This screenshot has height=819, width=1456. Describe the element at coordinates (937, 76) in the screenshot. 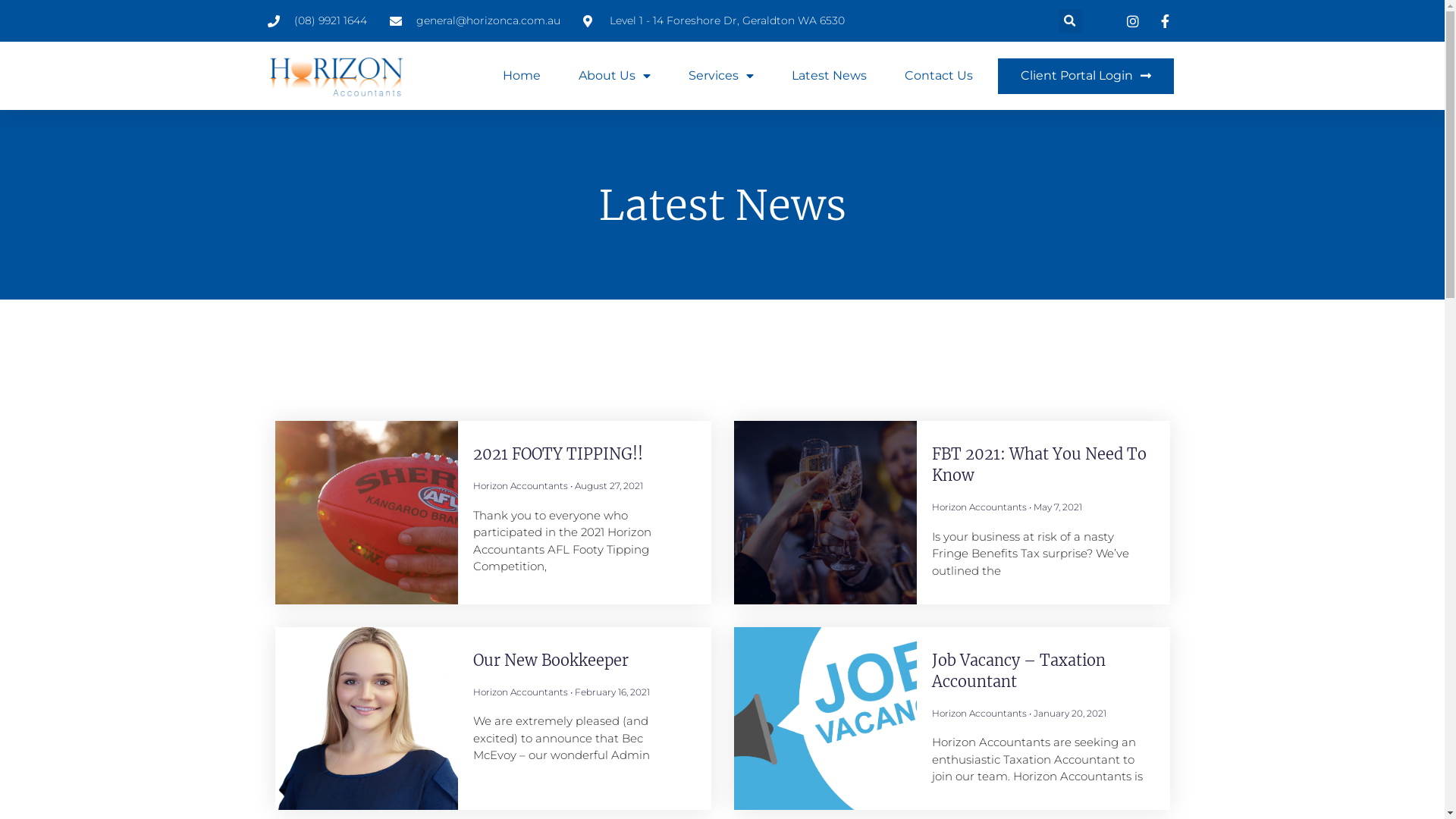

I see `'Contact Us'` at that location.